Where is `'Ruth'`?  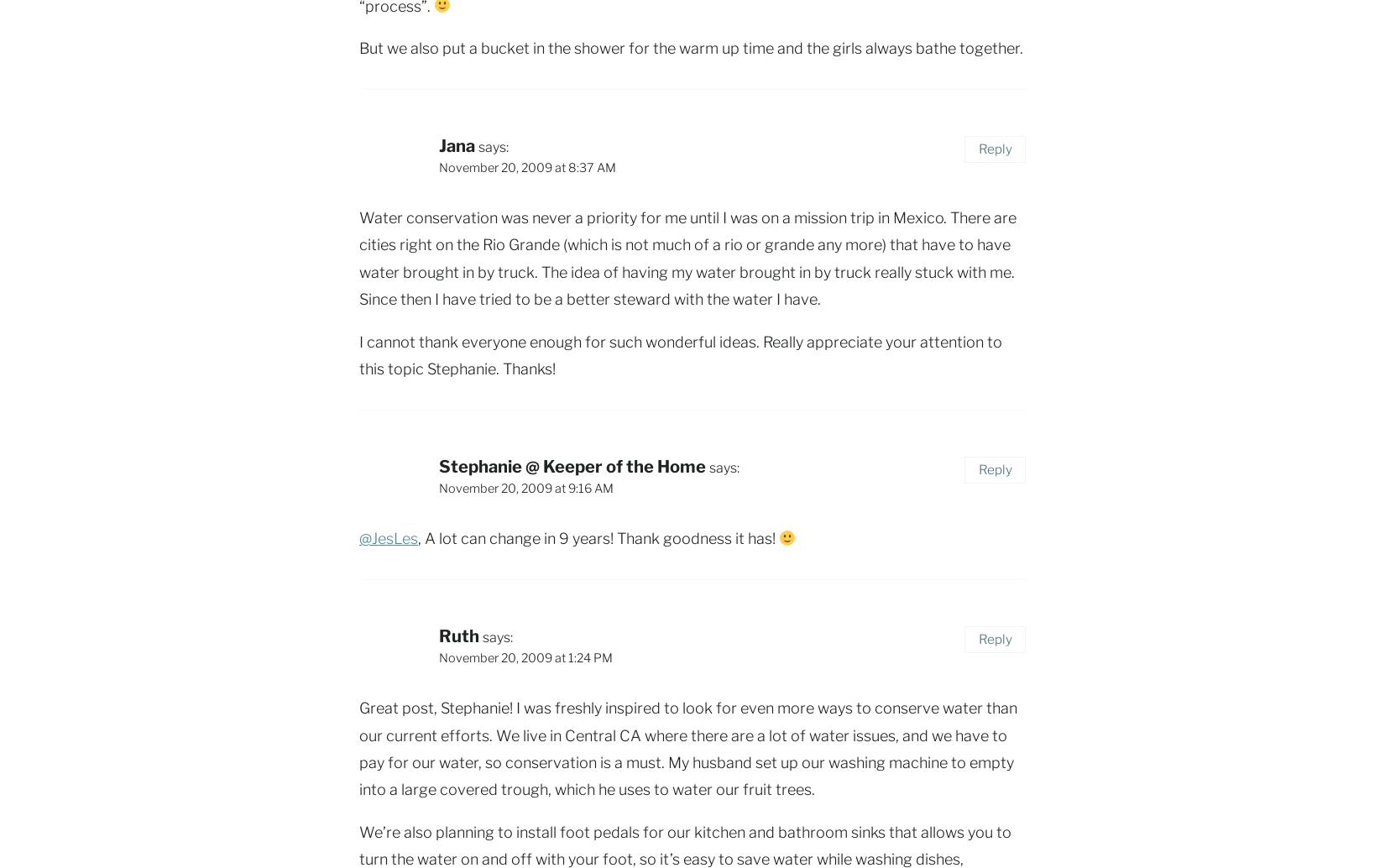
'Ruth' is located at coordinates (457, 636).